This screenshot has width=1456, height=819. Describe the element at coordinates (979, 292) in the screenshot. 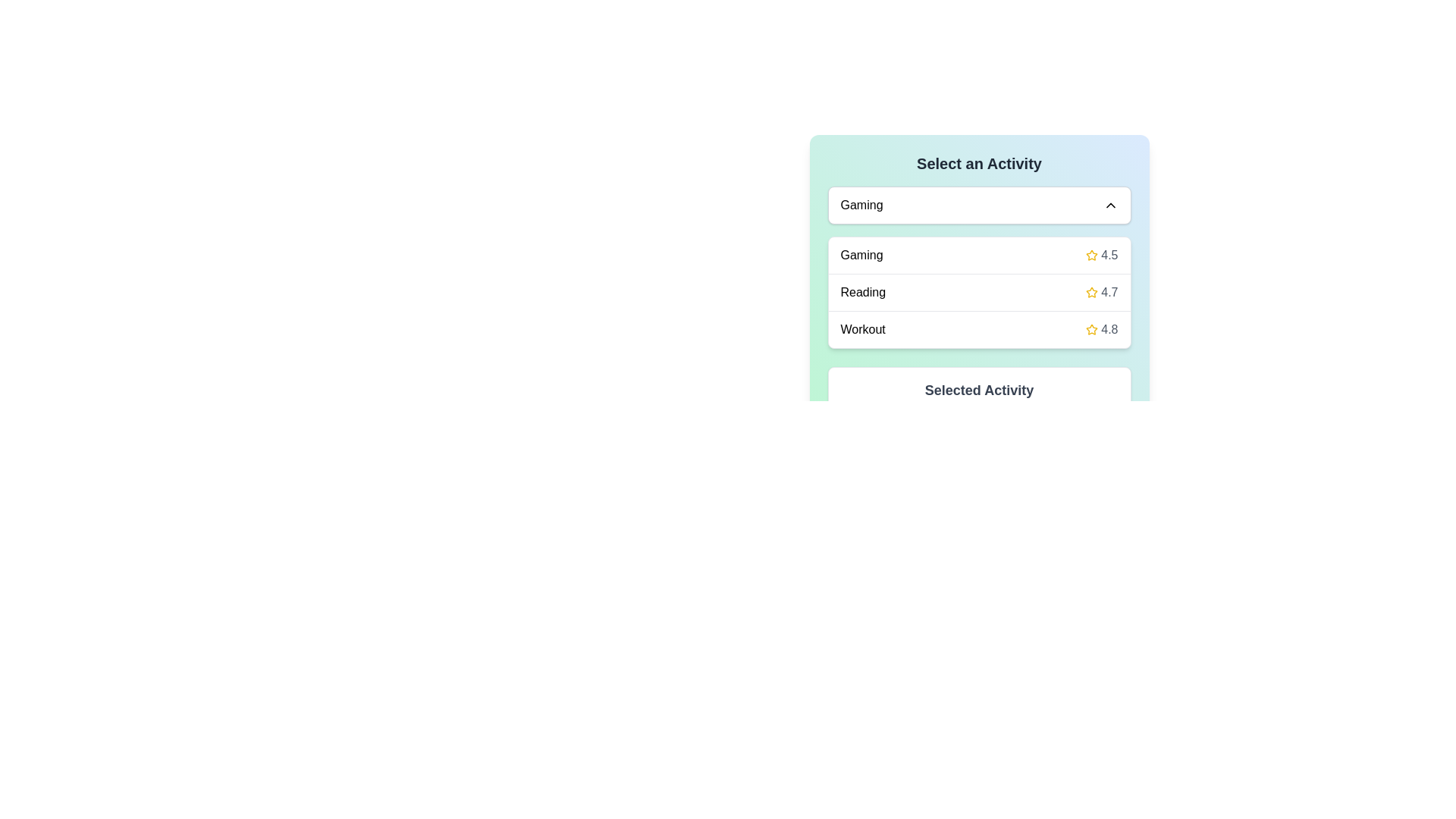

I see `the second item in the dropdown list labeled 'Reading'` at that location.